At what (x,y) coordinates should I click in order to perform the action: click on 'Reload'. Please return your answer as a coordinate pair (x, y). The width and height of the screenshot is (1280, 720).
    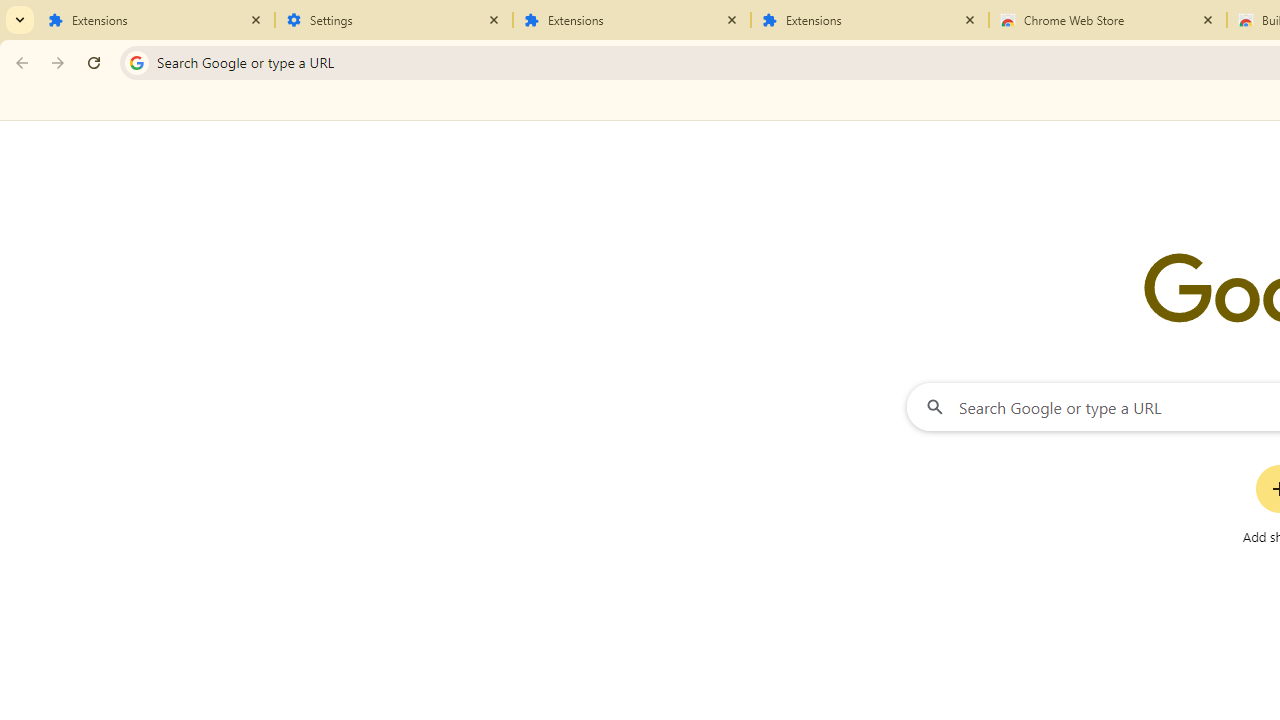
    Looking at the image, I should click on (93, 61).